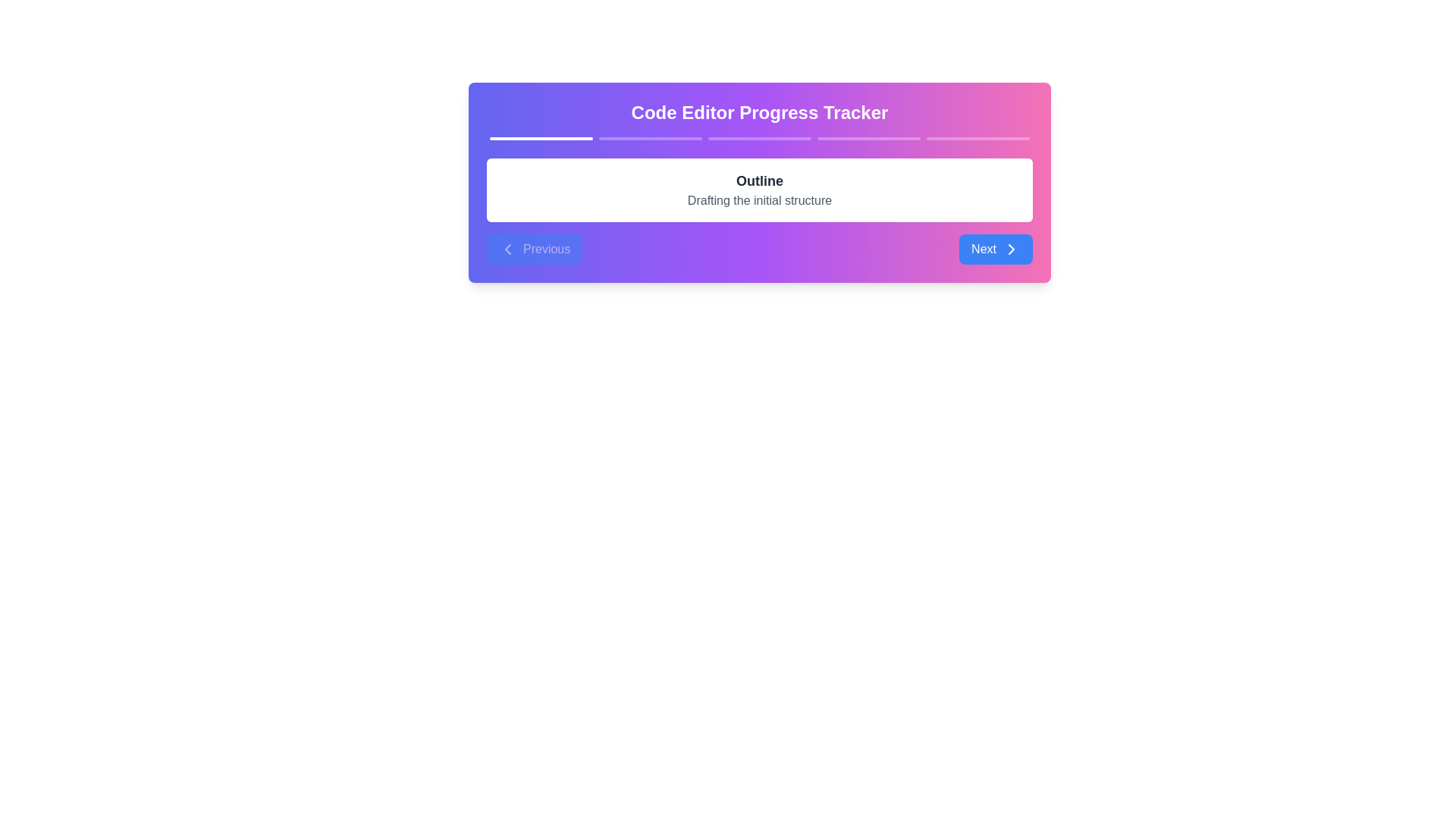 This screenshot has height=819, width=1456. I want to click on the fifth progress step indicator, which is a thin, horizontal, partially transparent white bar located near the top edge of the colorful progress tracker section, so click(978, 138).